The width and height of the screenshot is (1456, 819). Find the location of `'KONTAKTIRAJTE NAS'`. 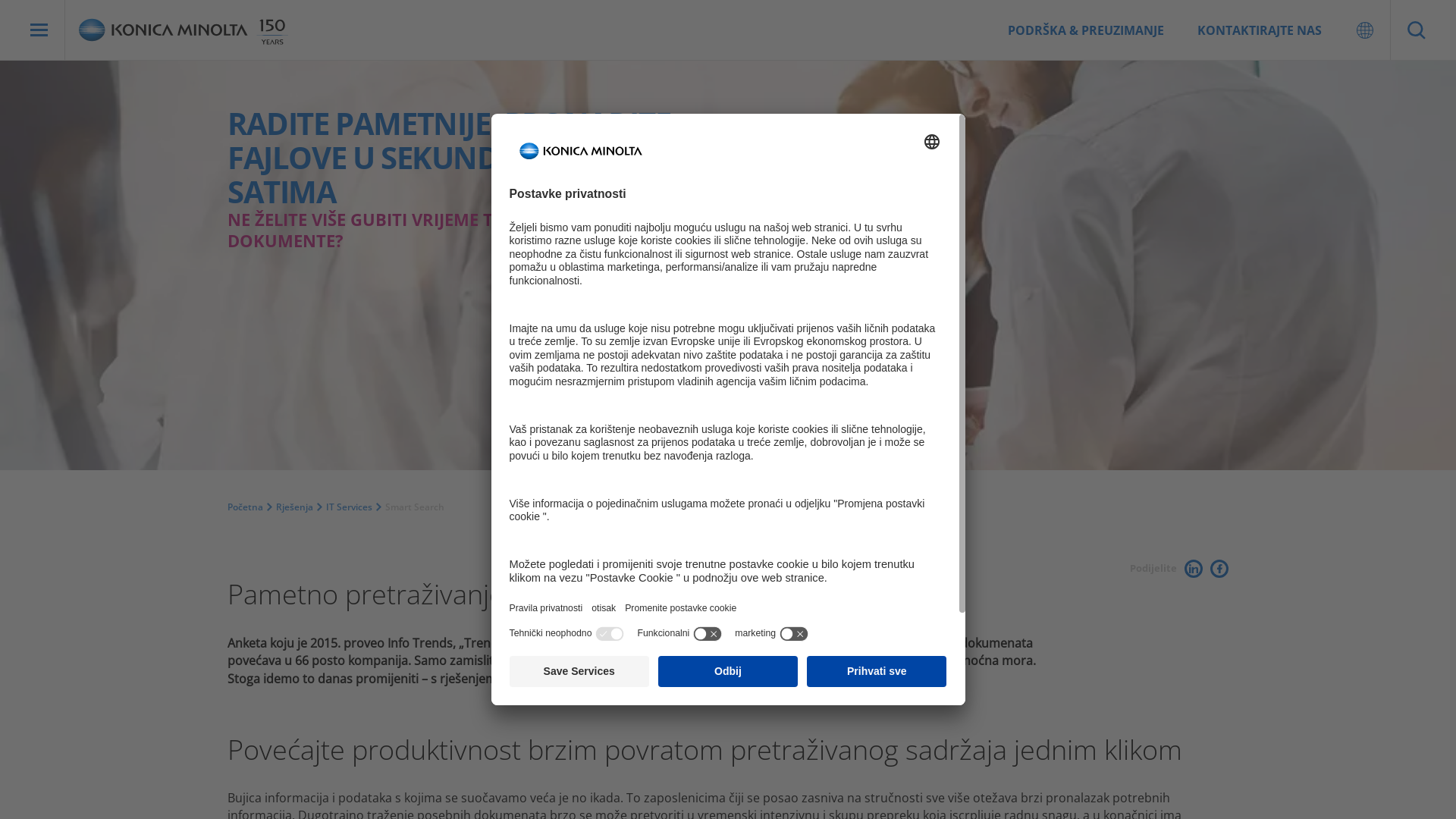

'KONTAKTIRAJTE NAS' is located at coordinates (1259, 30).